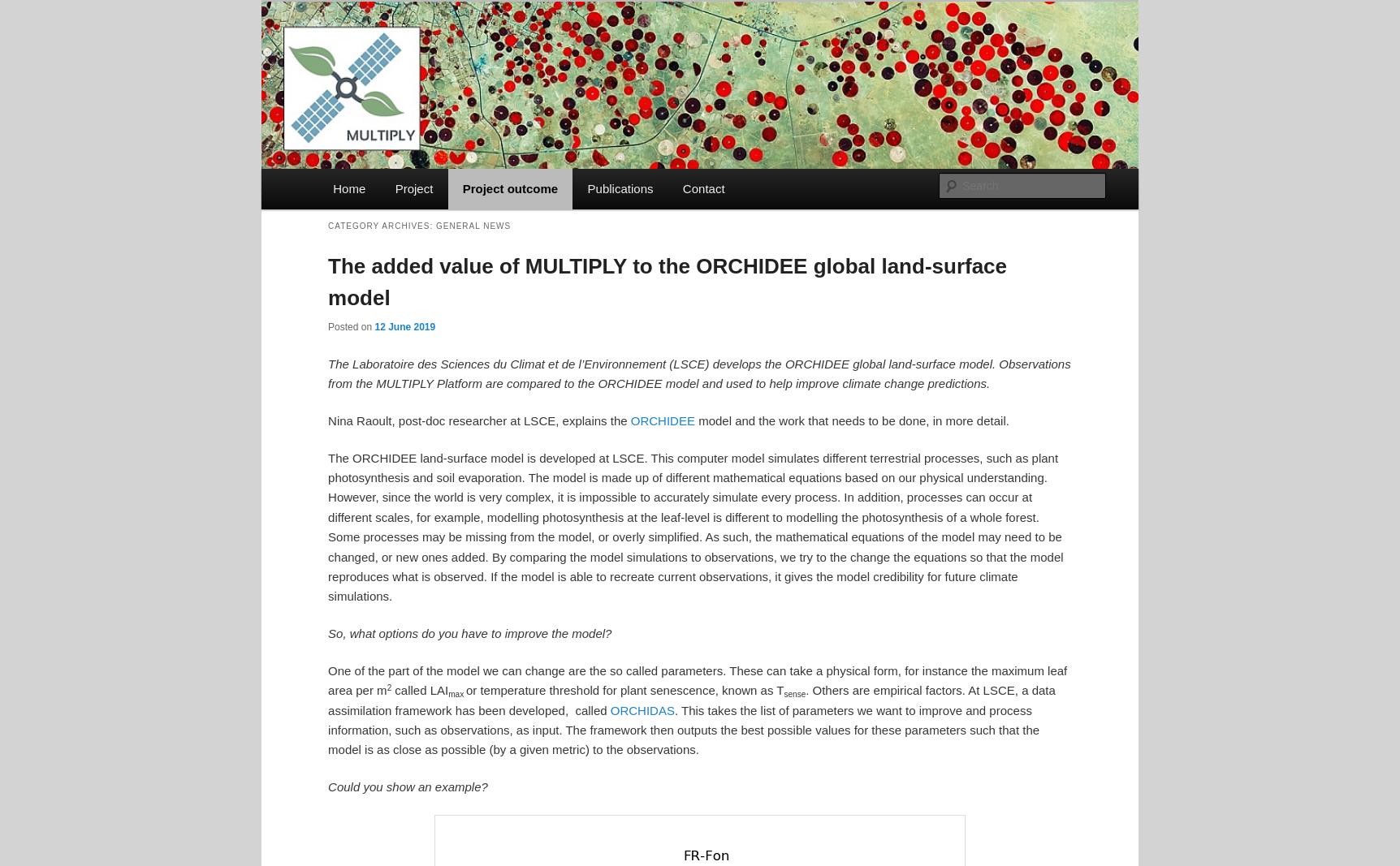 Image resolution: width=1400 pixels, height=866 pixels. I want to click on 'The added value of MULTIPLY to the ORCHIDEE global land-surface model', so click(667, 281).